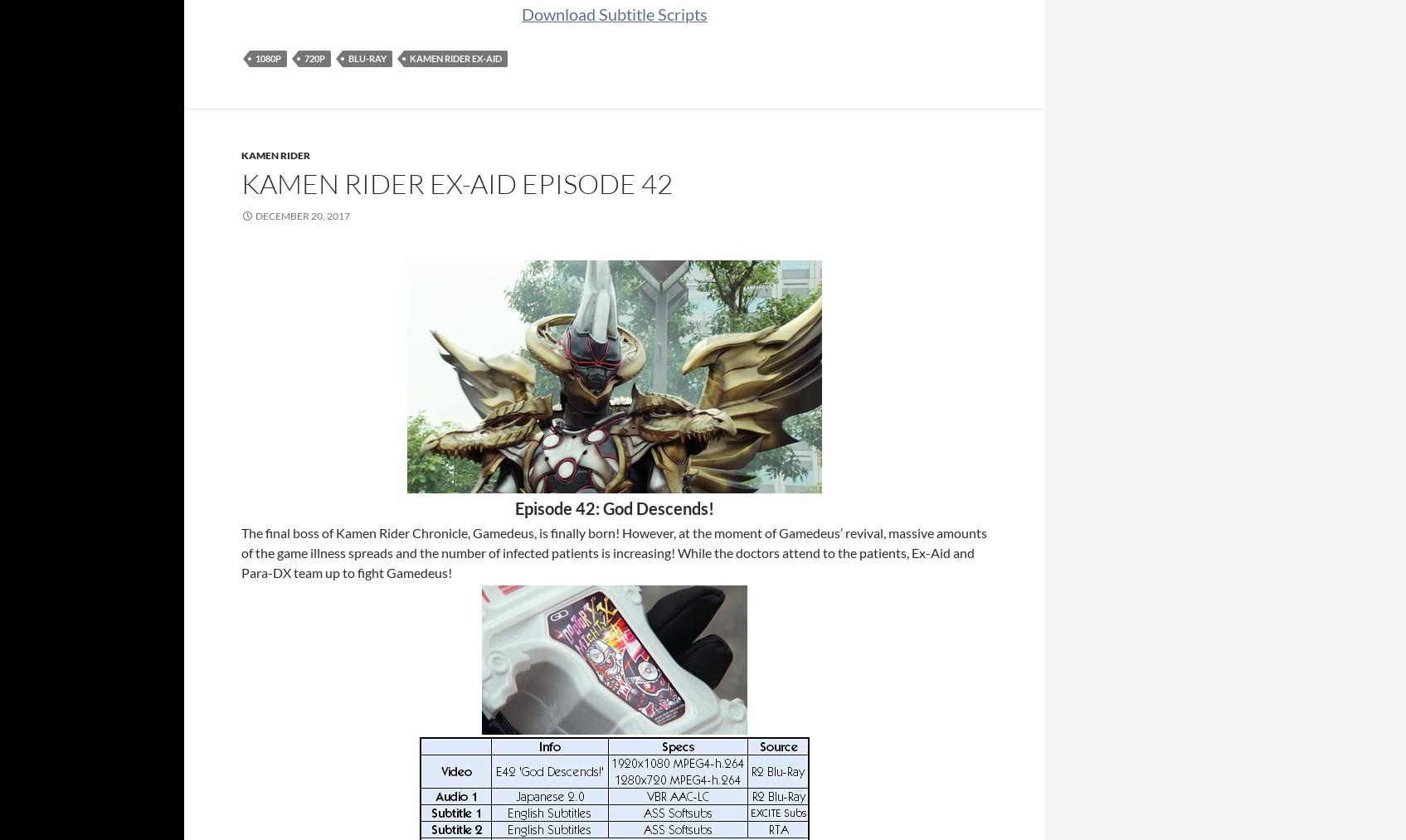  Describe the element at coordinates (301, 215) in the screenshot. I see `'December 20, 2017'` at that location.